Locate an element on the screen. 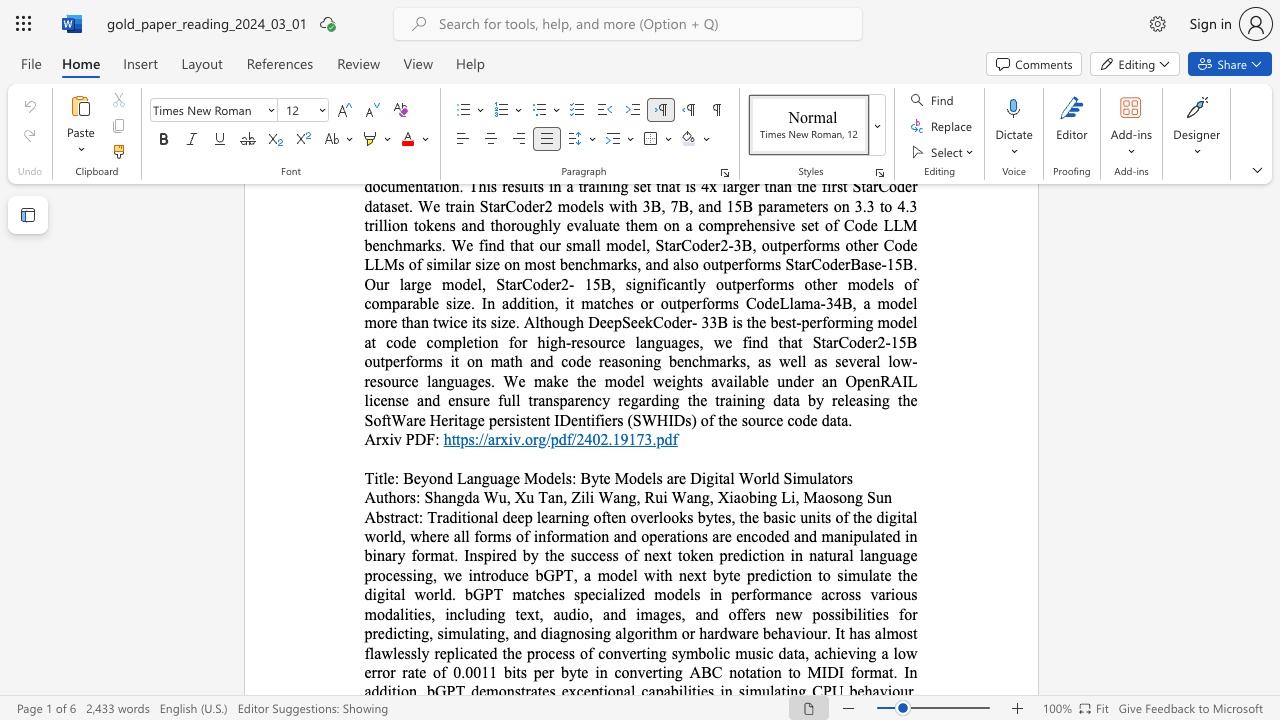 This screenshot has width=1280, height=720. the subset text "ext token predicti" within the text "Traditional deep learning often overlooks bytes, the basic units of the digital world, where all forms of information and operations are encoded and manipulated in binary format. Inspired by the success of next token prediction in natural language processing, we introduce bGPT, a model with next byte prediction to simulate the digital world. bGPT matches specialized models in performance across various modalities, including text, audio, and images, and offers new possibilities for predicting, simulating, and diagnosing algorithm or hardware behaviour. It has almost flawlessly" is located at coordinates (652, 555).